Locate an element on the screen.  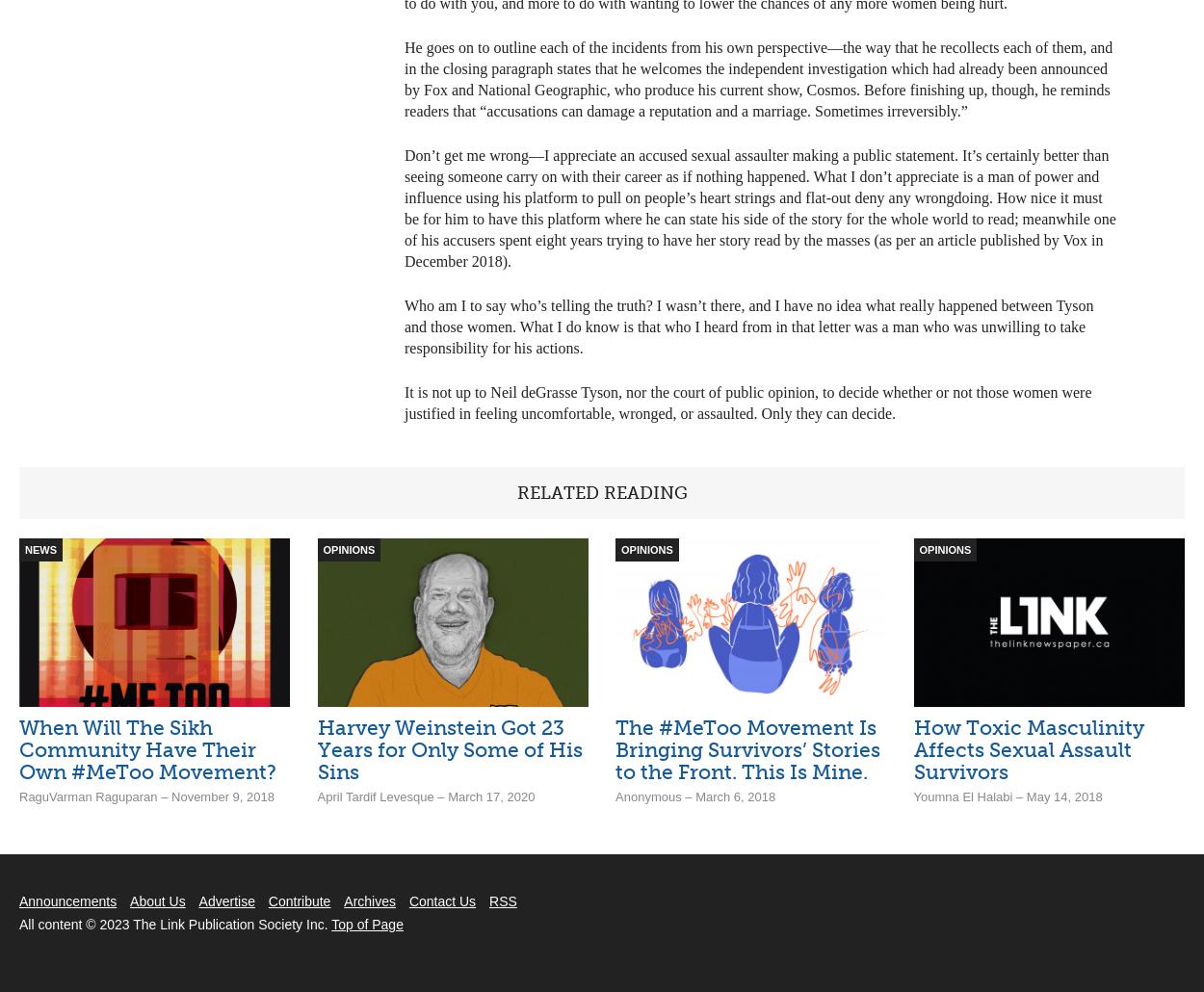
'News' is located at coordinates (40, 549).